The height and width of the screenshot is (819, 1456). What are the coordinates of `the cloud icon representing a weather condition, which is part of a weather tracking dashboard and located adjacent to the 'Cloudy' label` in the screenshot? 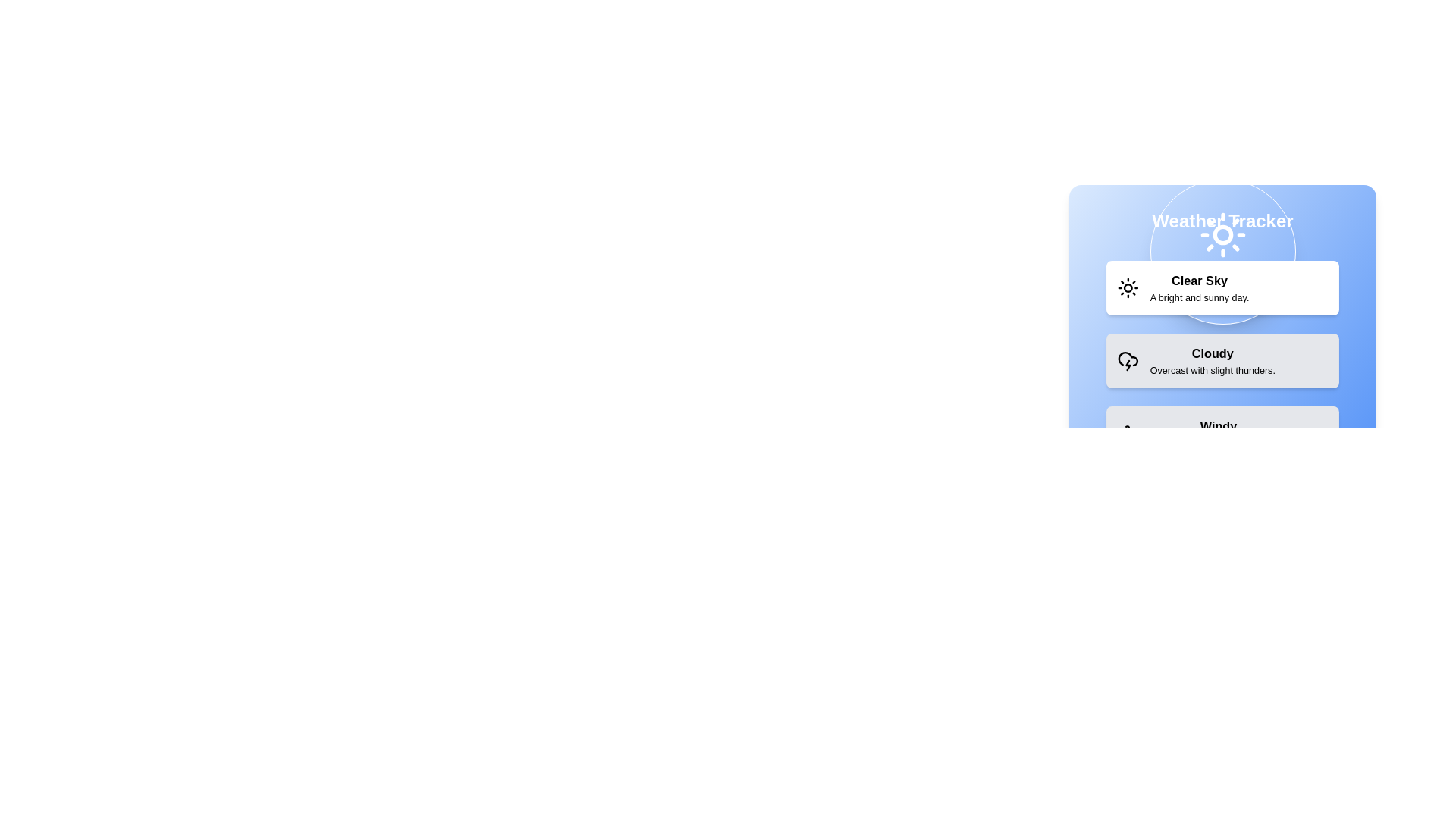 It's located at (1128, 359).